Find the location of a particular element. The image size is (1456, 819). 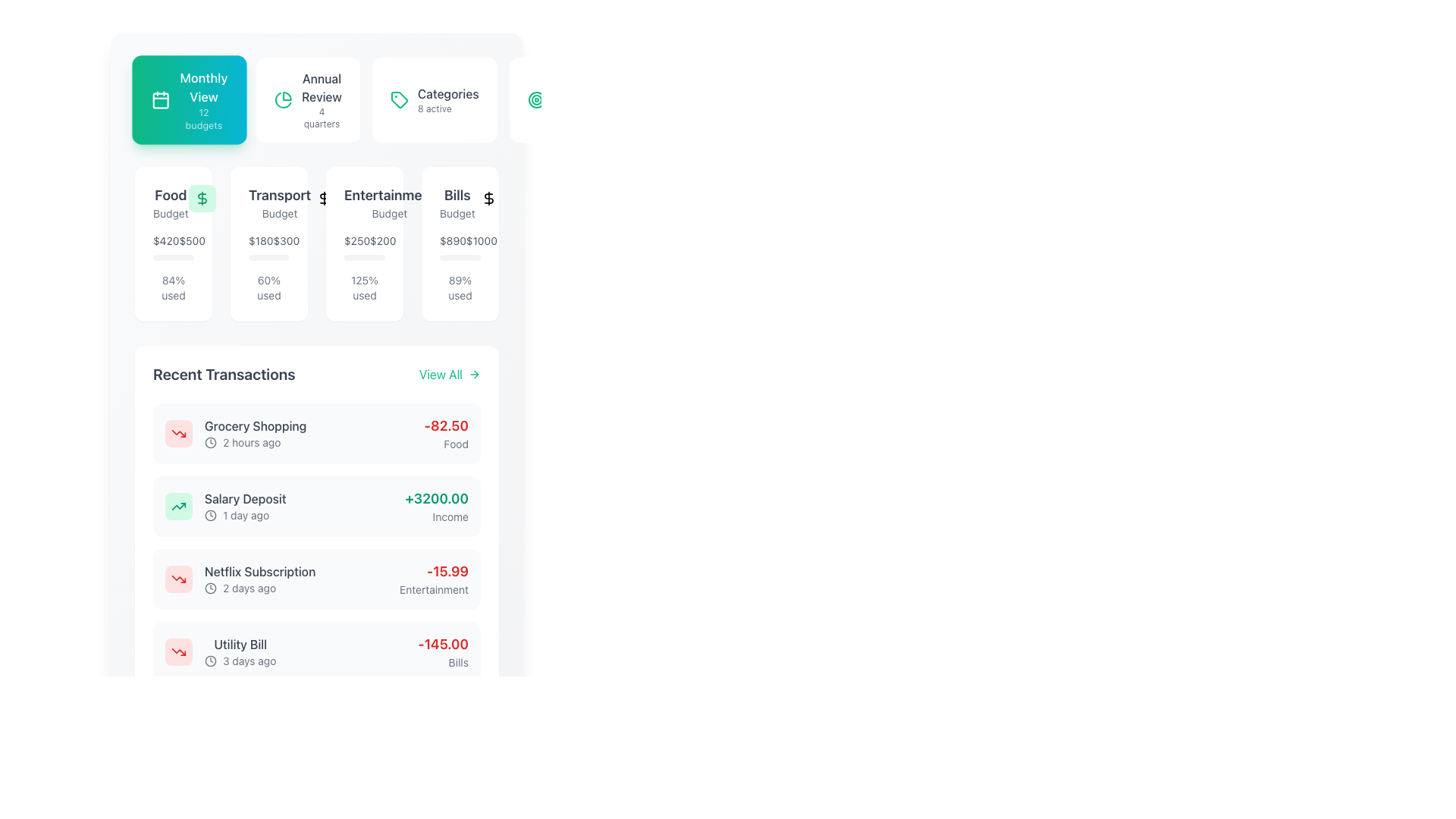

the informational Text label that displays the number of active categories, located below the 'Categories' heading is located at coordinates (434, 108).